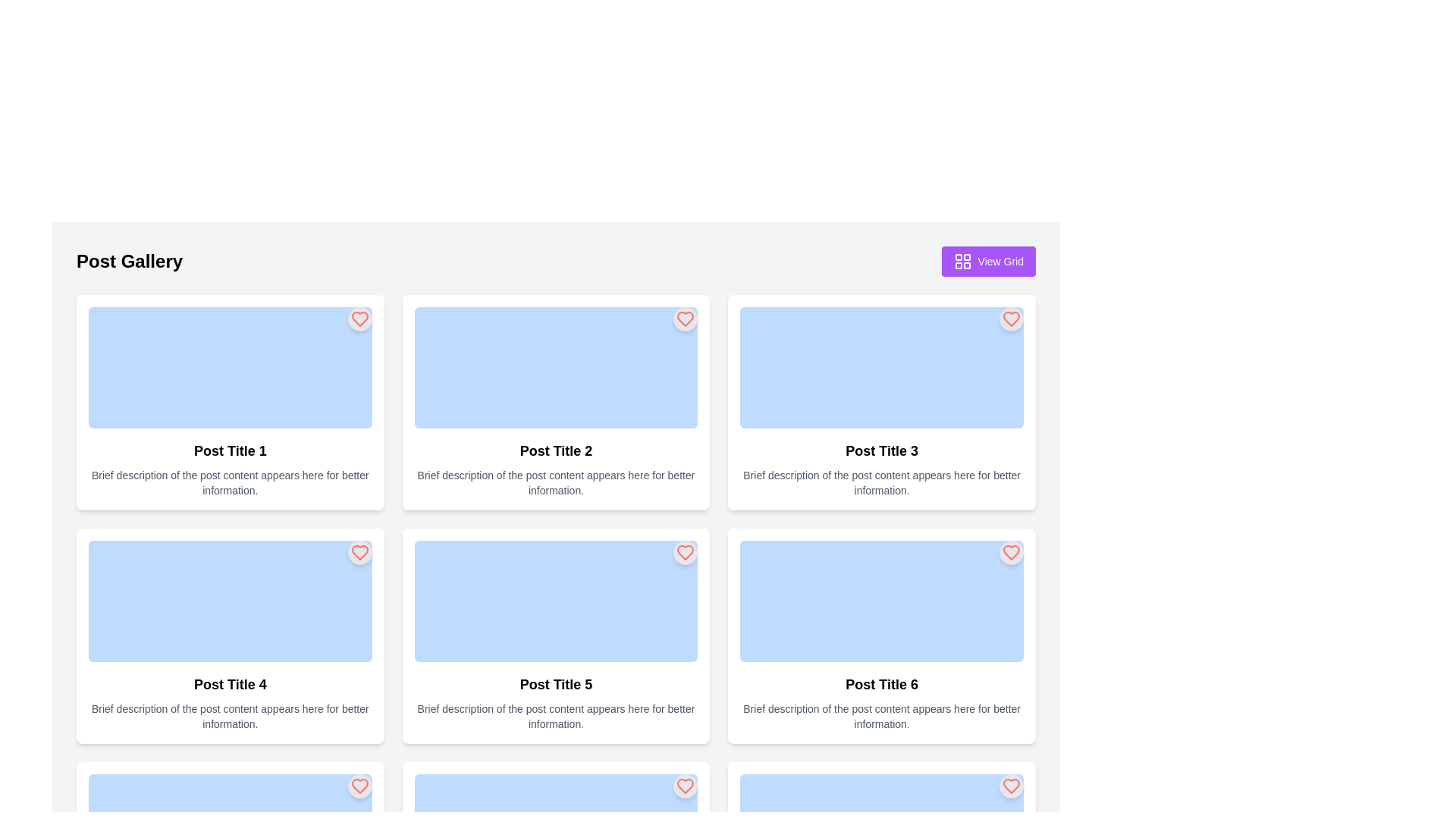 Image resolution: width=1456 pixels, height=819 pixels. Describe the element at coordinates (1012, 318) in the screenshot. I see `the favorite button located in the top-right corner of the 'Post Title 3' card to favorite the associated post` at that location.